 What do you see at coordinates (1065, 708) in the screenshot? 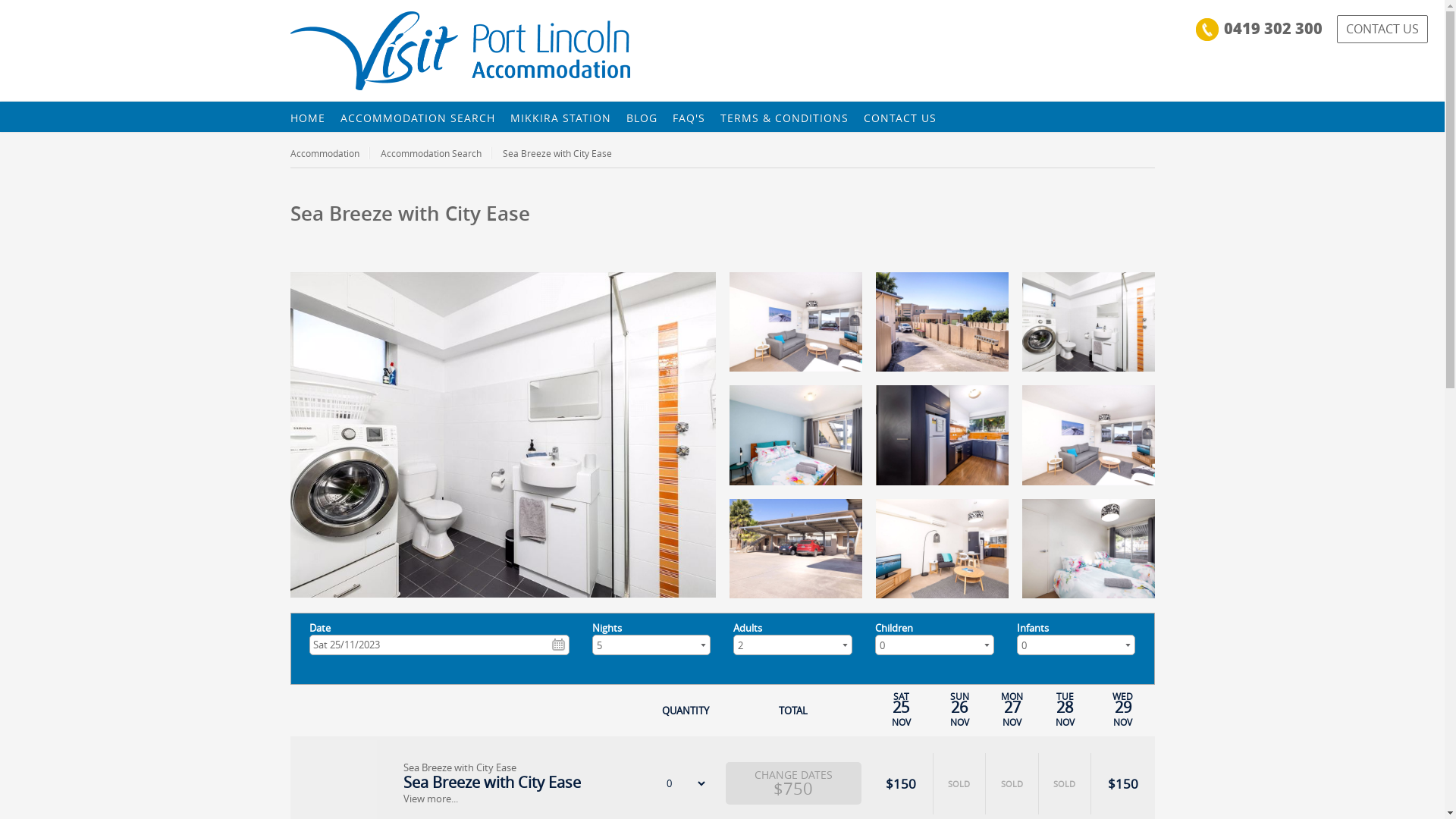
I see `'28'` at bounding box center [1065, 708].